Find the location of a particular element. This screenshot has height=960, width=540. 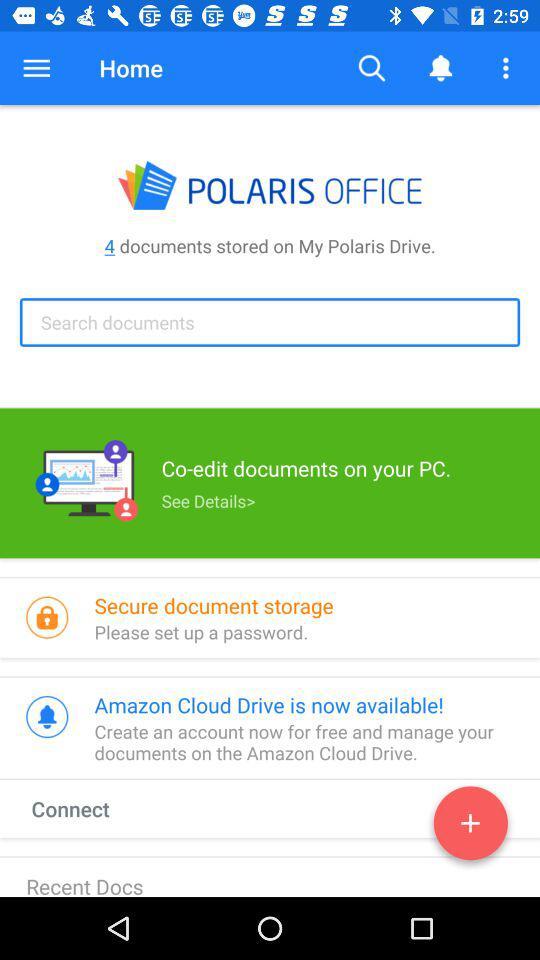

item to the right of connect icon is located at coordinates (470, 827).